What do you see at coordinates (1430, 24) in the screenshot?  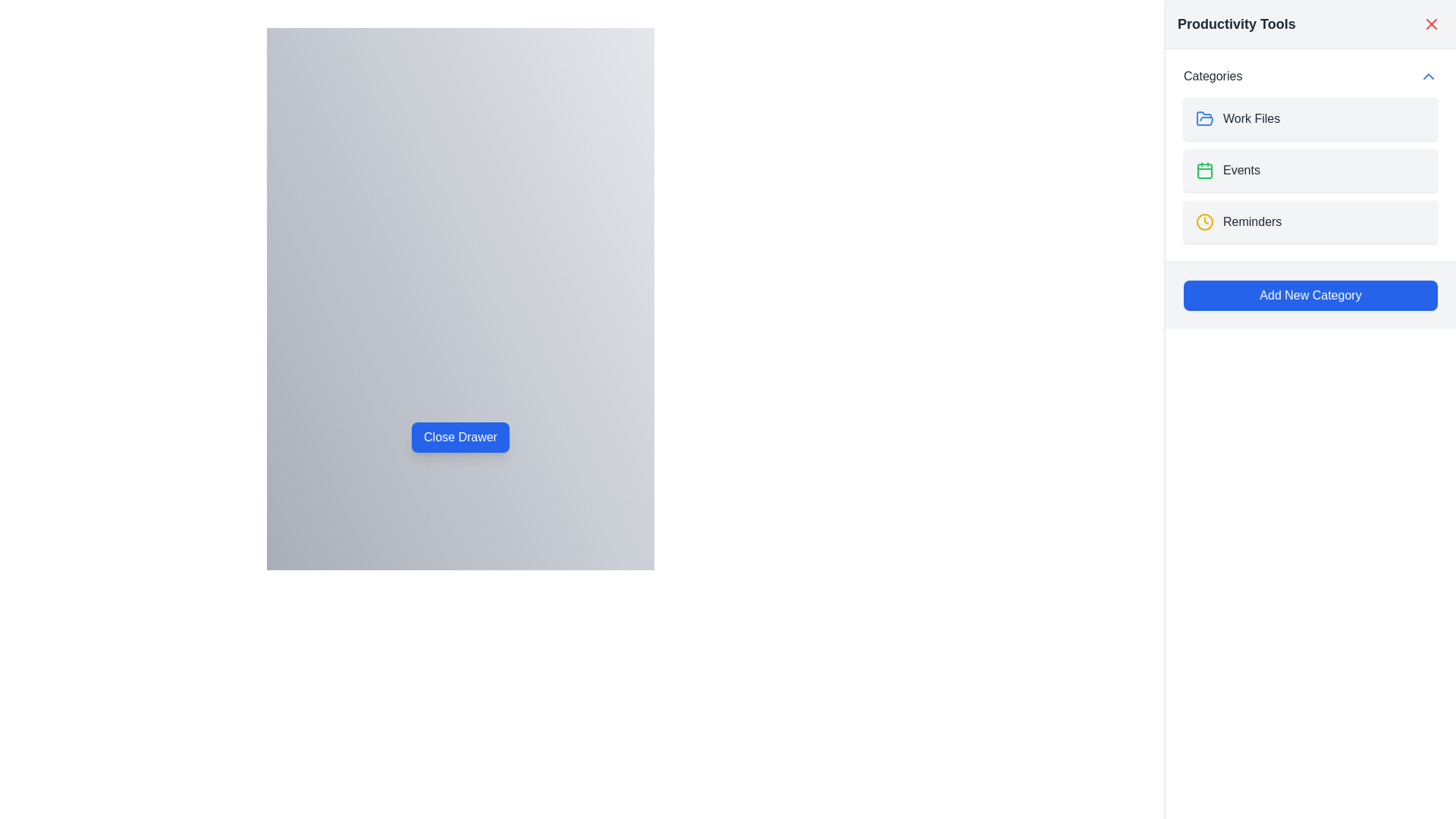 I see `the circular button with a red 'X' icon located on the far right of the 'Productivity Tools' header in the sidebar` at bounding box center [1430, 24].